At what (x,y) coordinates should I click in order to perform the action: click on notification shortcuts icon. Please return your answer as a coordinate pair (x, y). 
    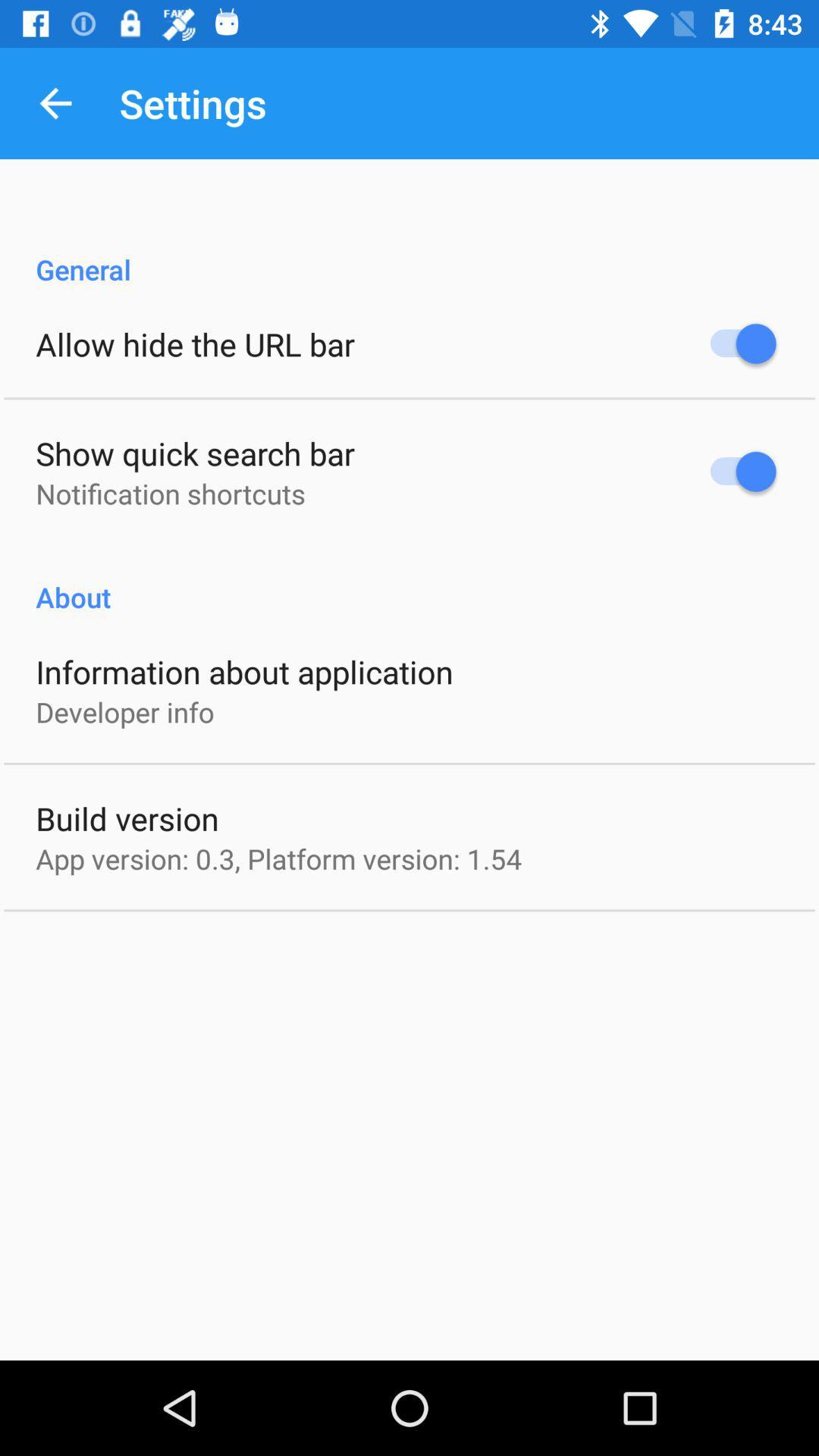
    Looking at the image, I should click on (170, 494).